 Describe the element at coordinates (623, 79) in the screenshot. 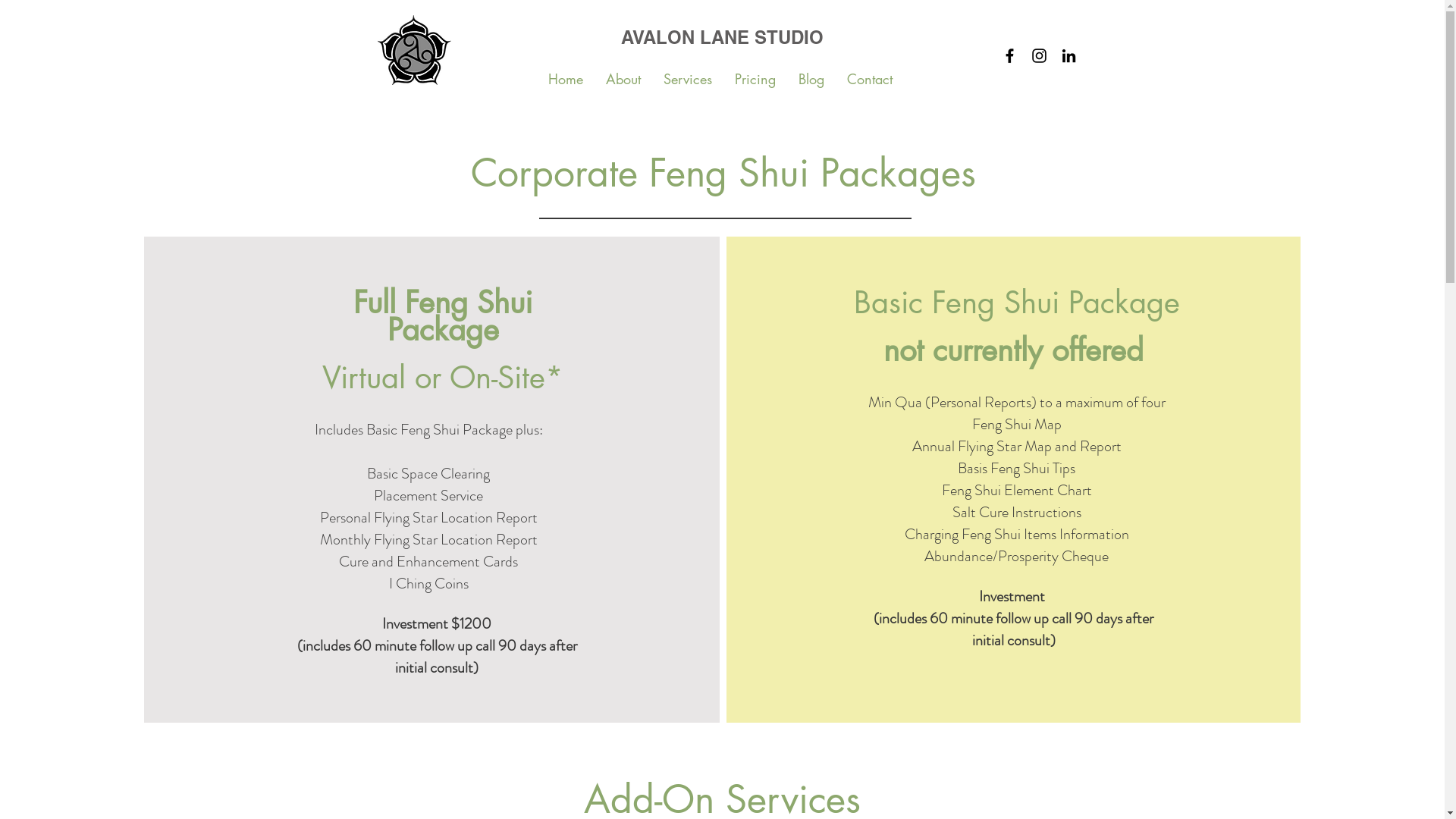

I see `'About'` at that location.